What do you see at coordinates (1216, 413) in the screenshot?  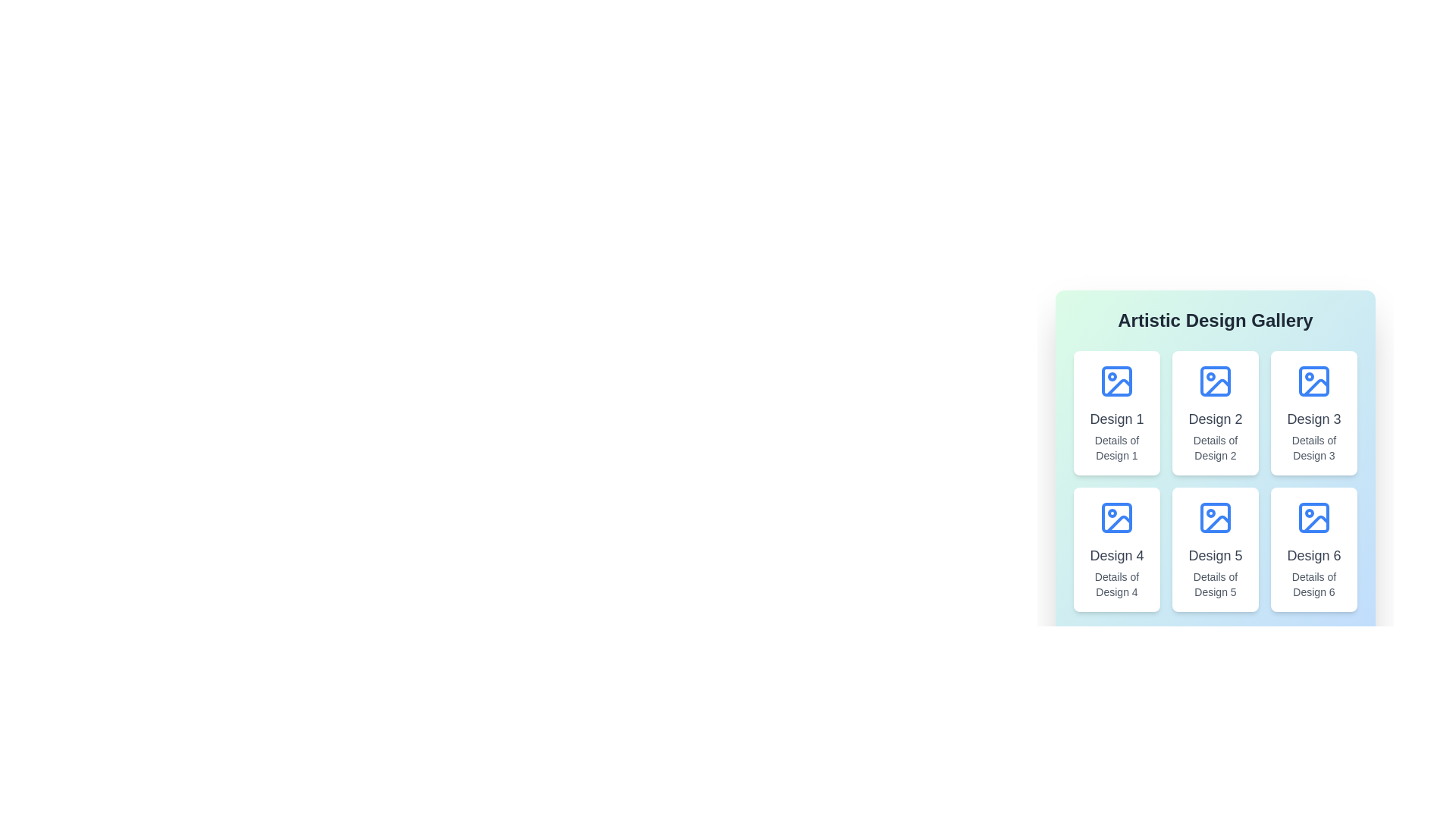 I see `the rectangular card labeled 'Design 2' which has a blue outlined icon and bold text in the center to interact with it` at bounding box center [1216, 413].